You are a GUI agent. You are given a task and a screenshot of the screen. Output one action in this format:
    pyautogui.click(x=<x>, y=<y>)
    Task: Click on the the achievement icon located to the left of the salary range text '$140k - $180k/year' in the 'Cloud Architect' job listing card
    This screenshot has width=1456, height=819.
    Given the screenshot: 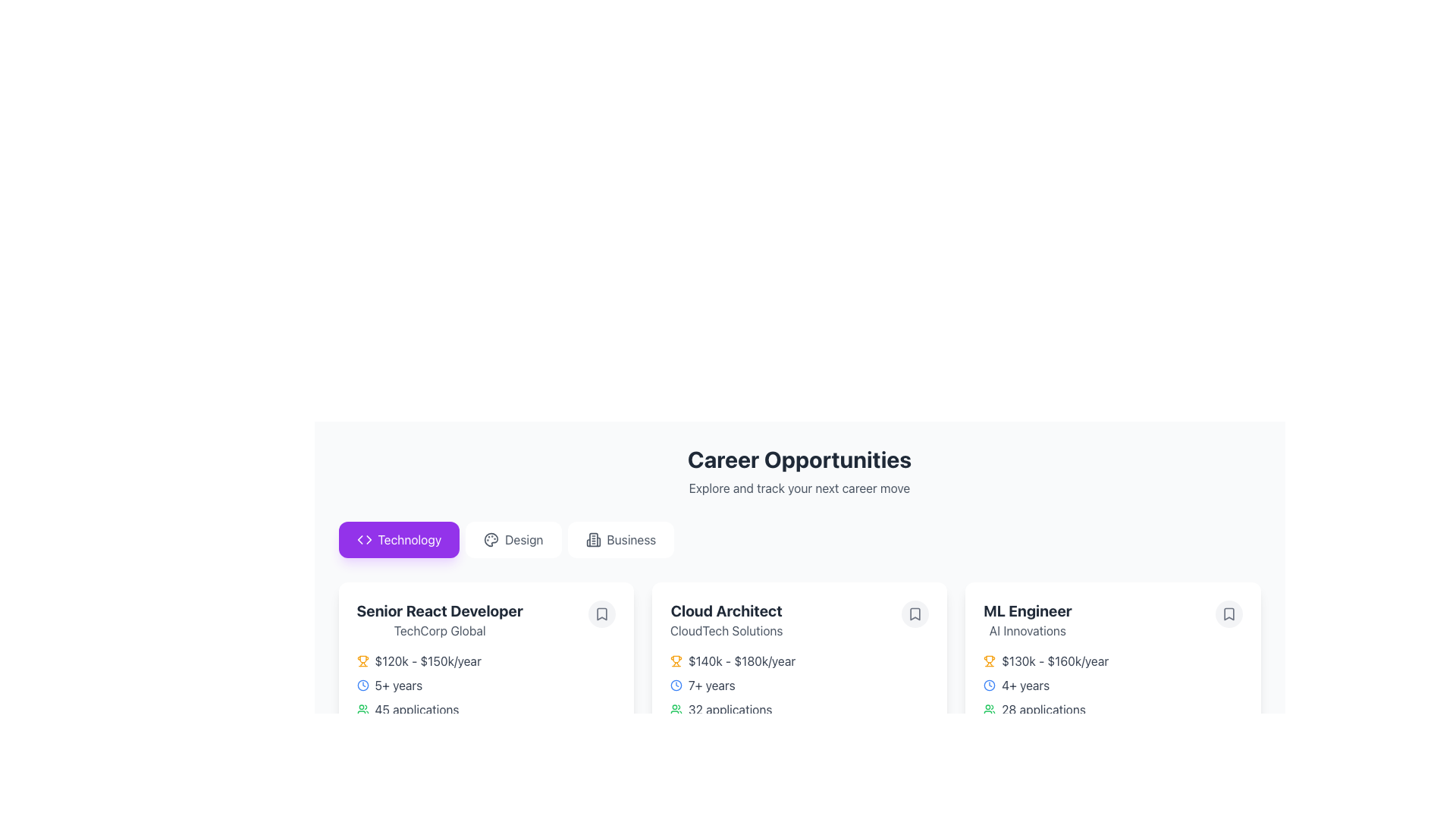 What is the action you would take?
    pyautogui.click(x=675, y=660)
    